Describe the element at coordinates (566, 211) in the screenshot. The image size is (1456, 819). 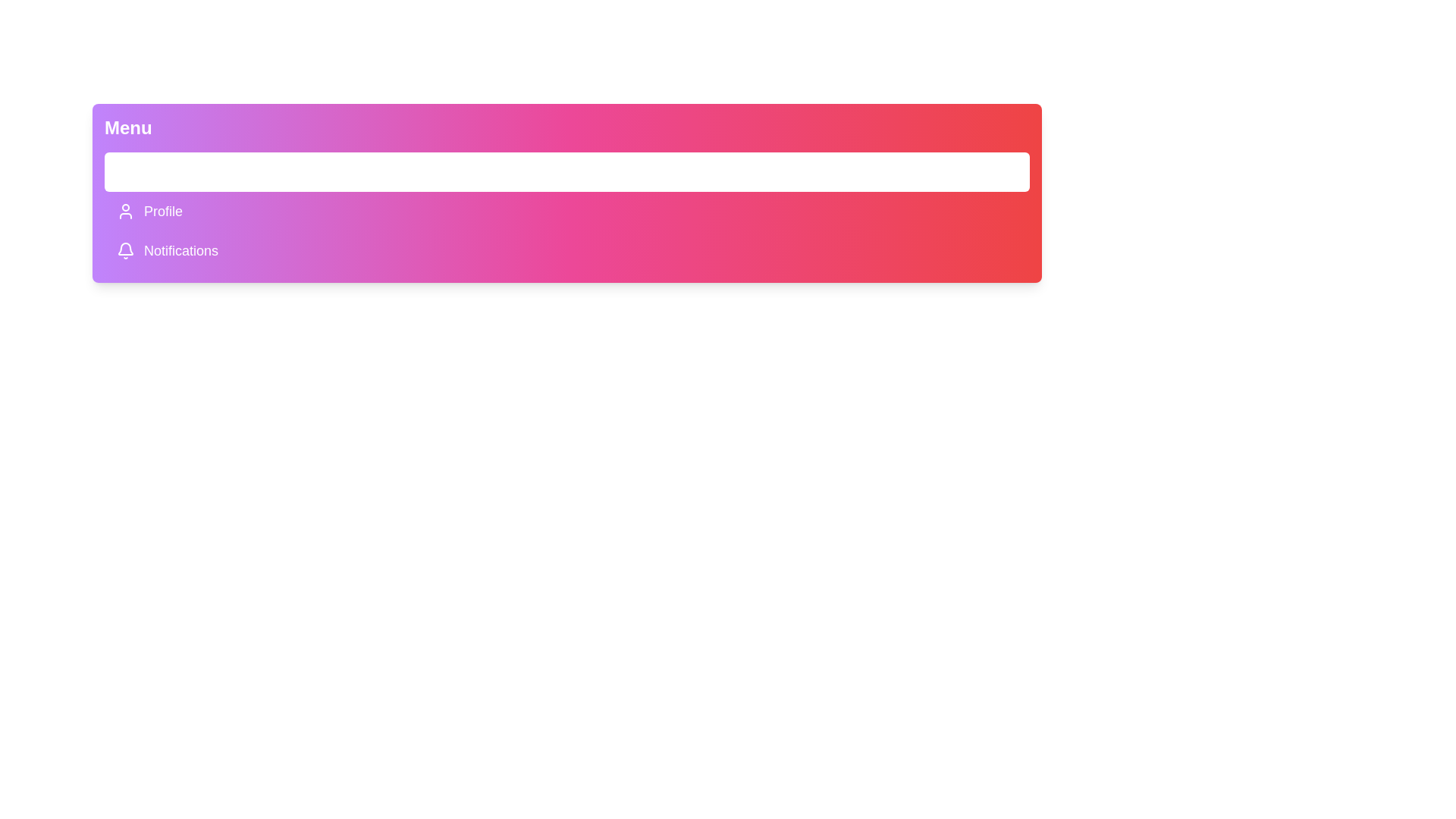
I see `the menu item Profile to navigate` at that location.